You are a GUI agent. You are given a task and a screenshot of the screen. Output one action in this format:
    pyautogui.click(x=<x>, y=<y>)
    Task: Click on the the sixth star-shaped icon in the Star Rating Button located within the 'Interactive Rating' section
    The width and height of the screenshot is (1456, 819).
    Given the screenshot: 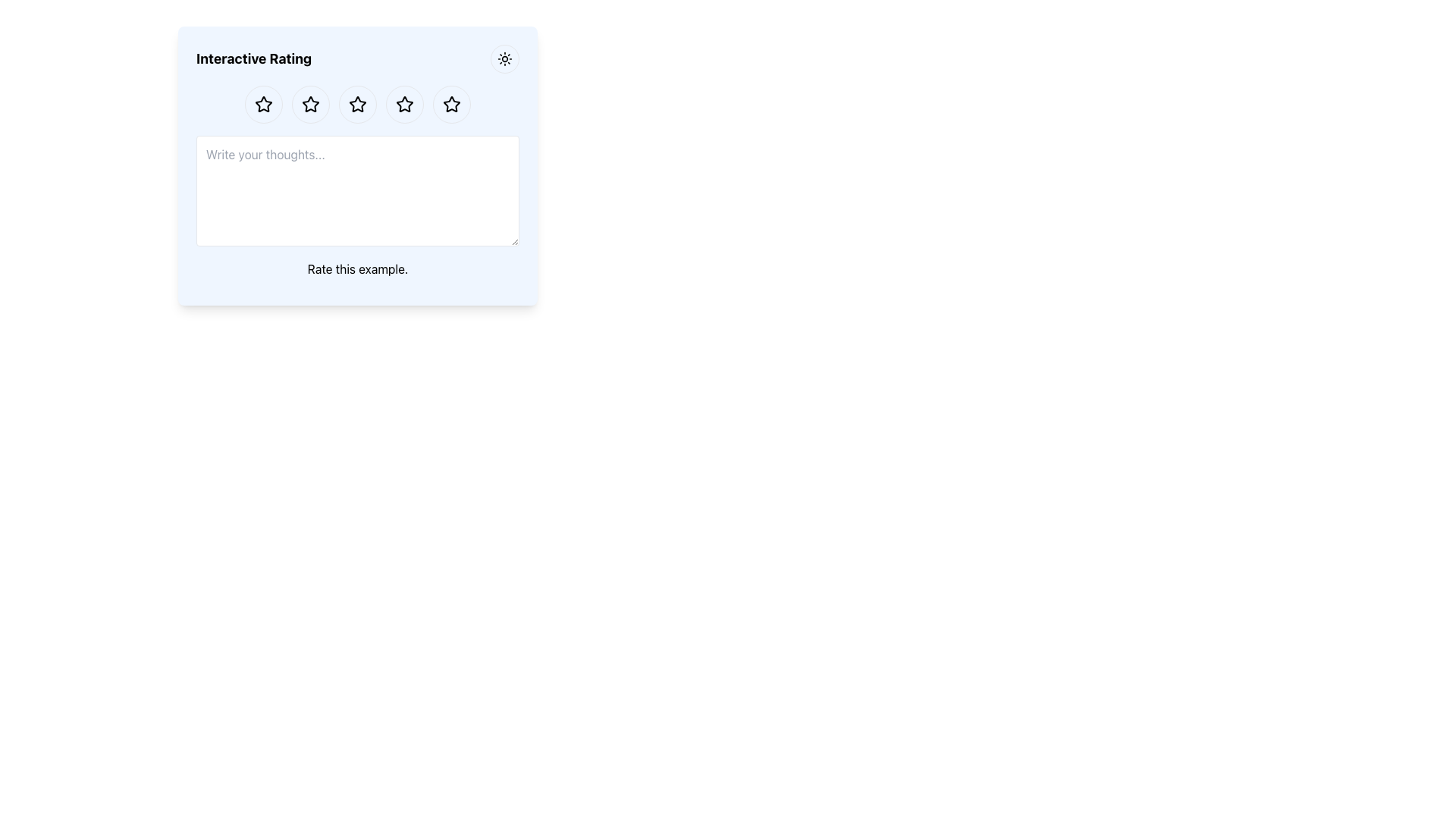 What is the action you would take?
    pyautogui.click(x=450, y=104)
    